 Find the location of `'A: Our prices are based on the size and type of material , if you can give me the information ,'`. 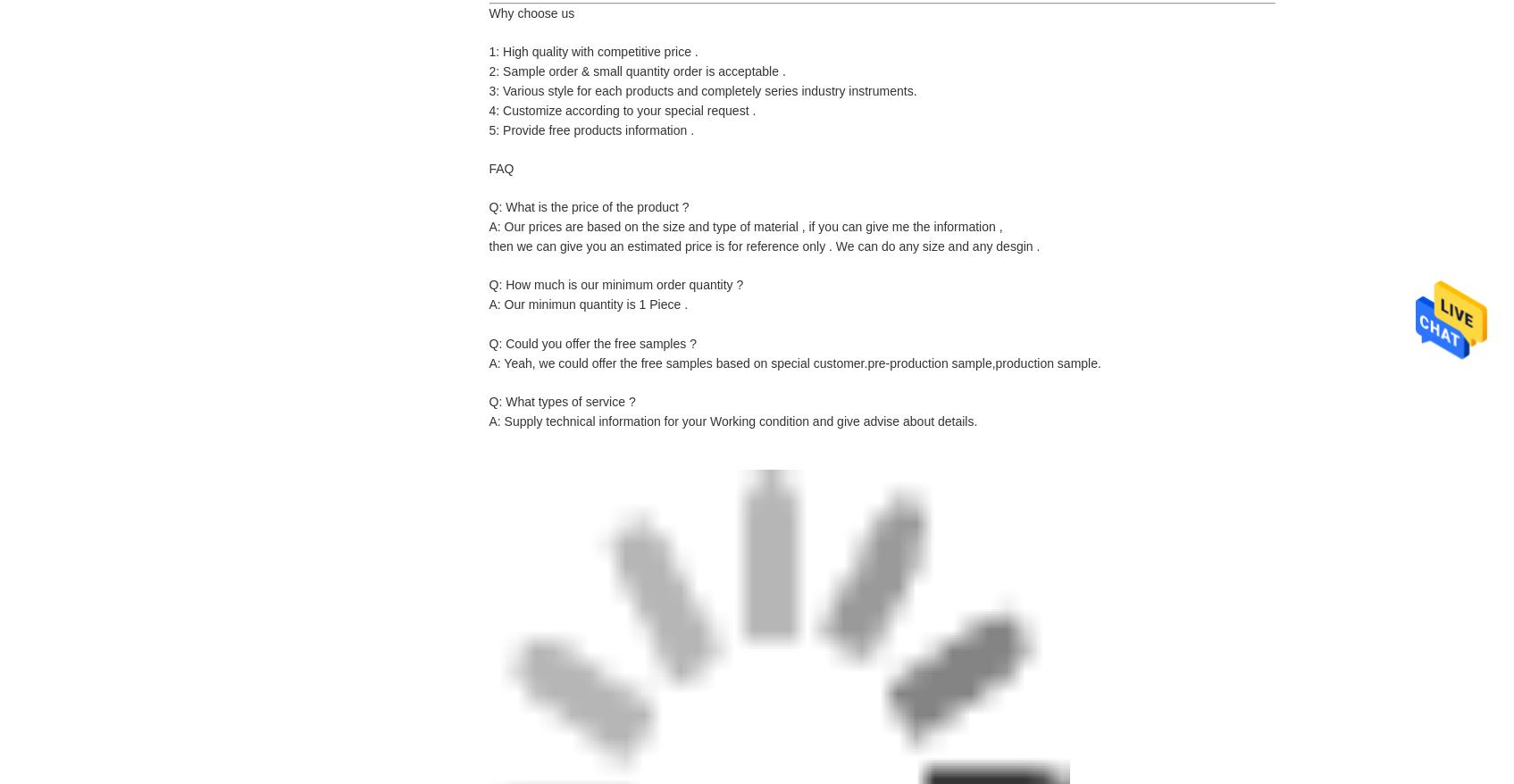

'A: Our prices are based on the size and type of material , if you can give me the information ,' is located at coordinates (745, 227).